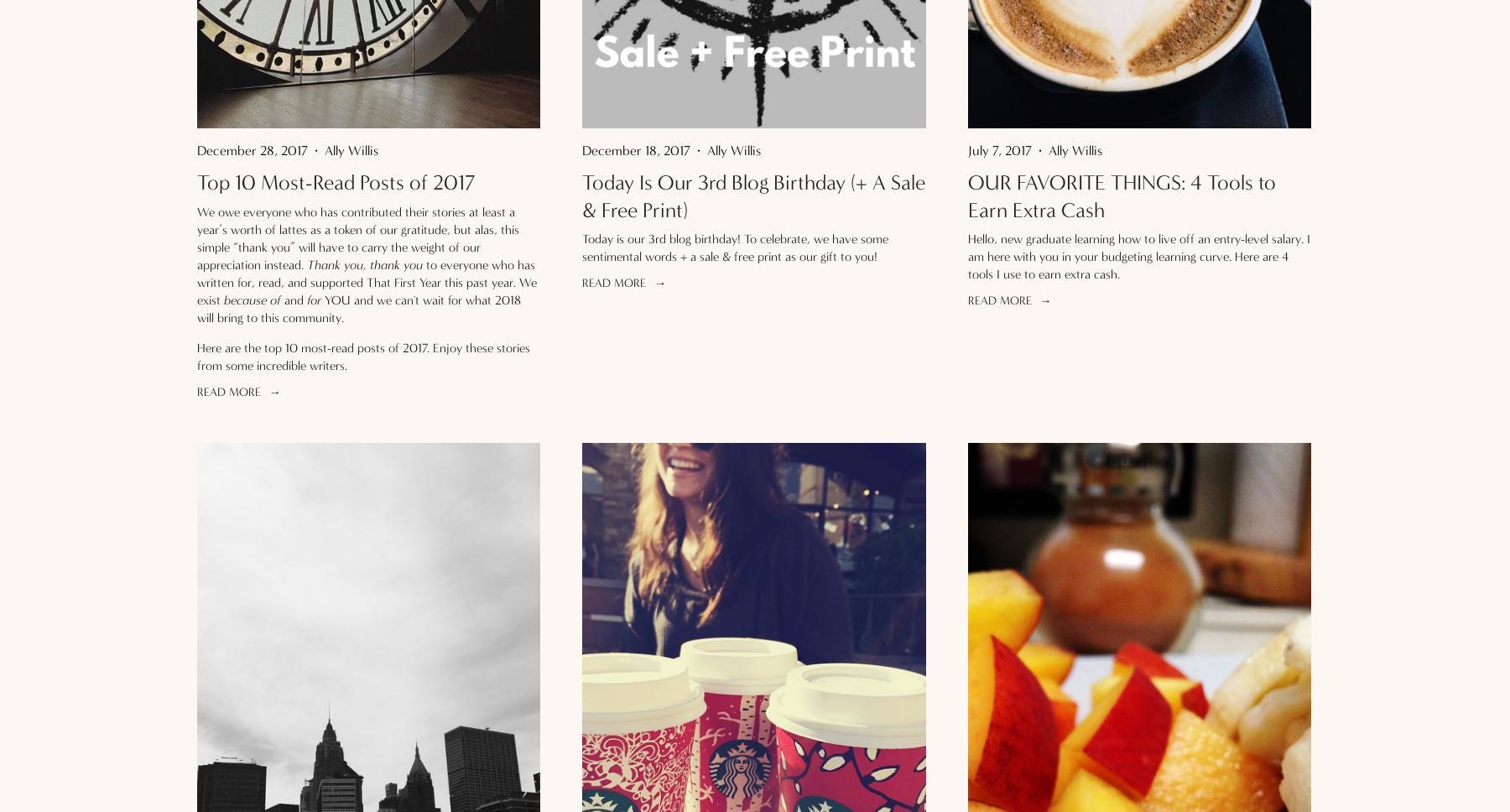 Image resolution: width=1510 pixels, height=812 pixels. Describe the element at coordinates (314, 299) in the screenshot. I see `'for'` at that location.